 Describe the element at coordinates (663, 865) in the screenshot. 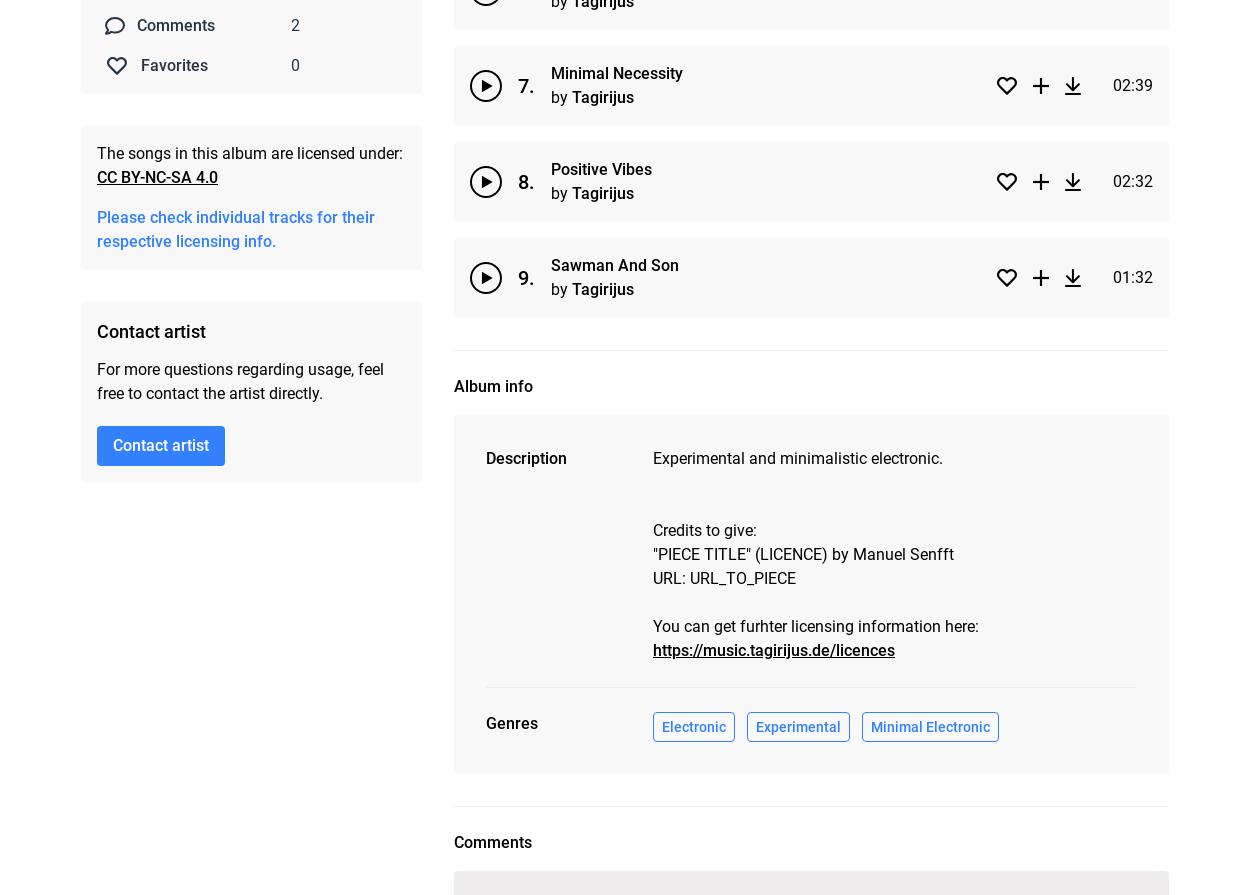

I see `'Log in'` at that location.